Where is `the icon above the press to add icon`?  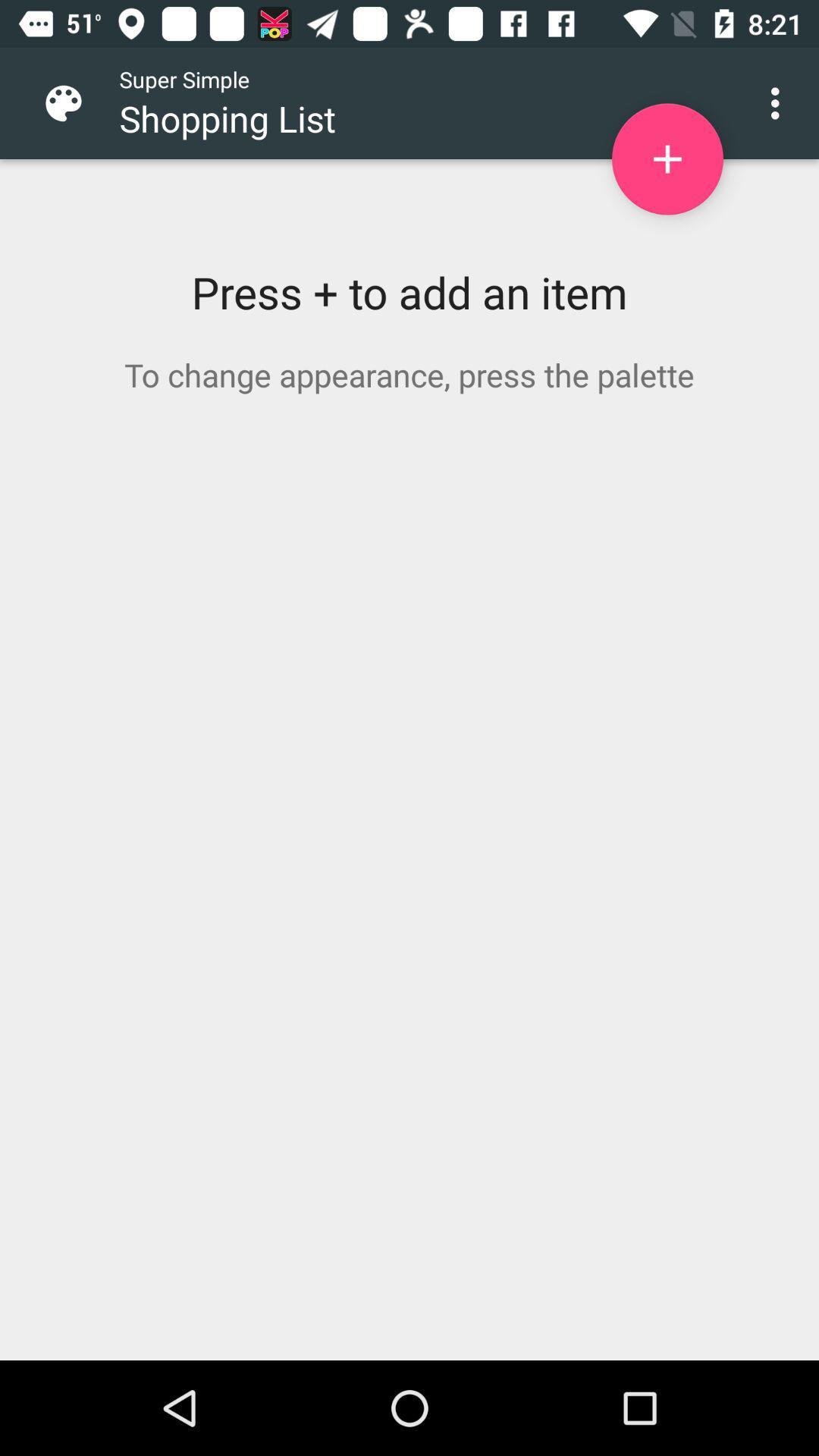
the icon above the press to add icon is located at coordinates (75, 102).